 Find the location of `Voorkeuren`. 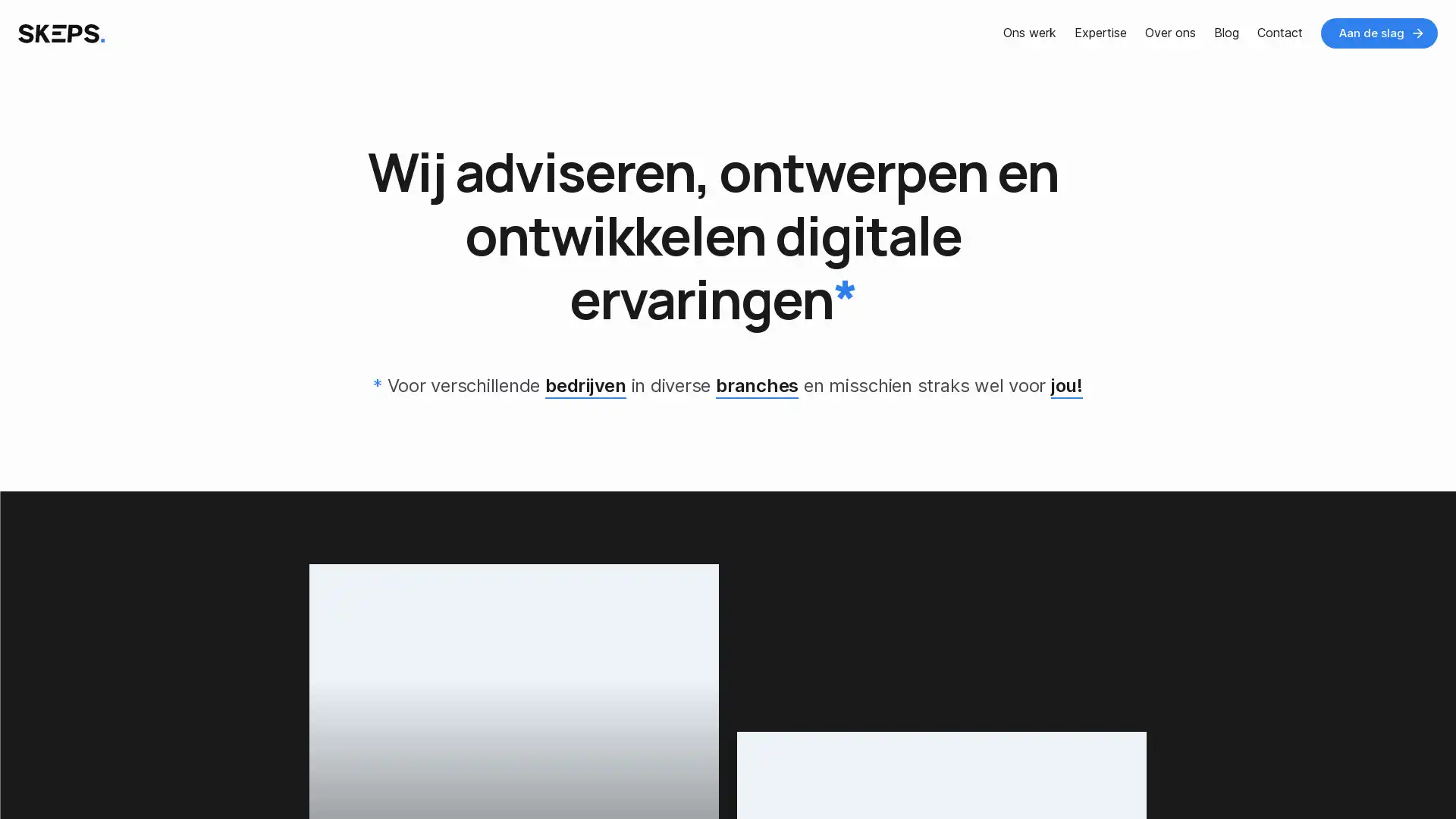

Voorkeuren is located at coordinates (153, 776).